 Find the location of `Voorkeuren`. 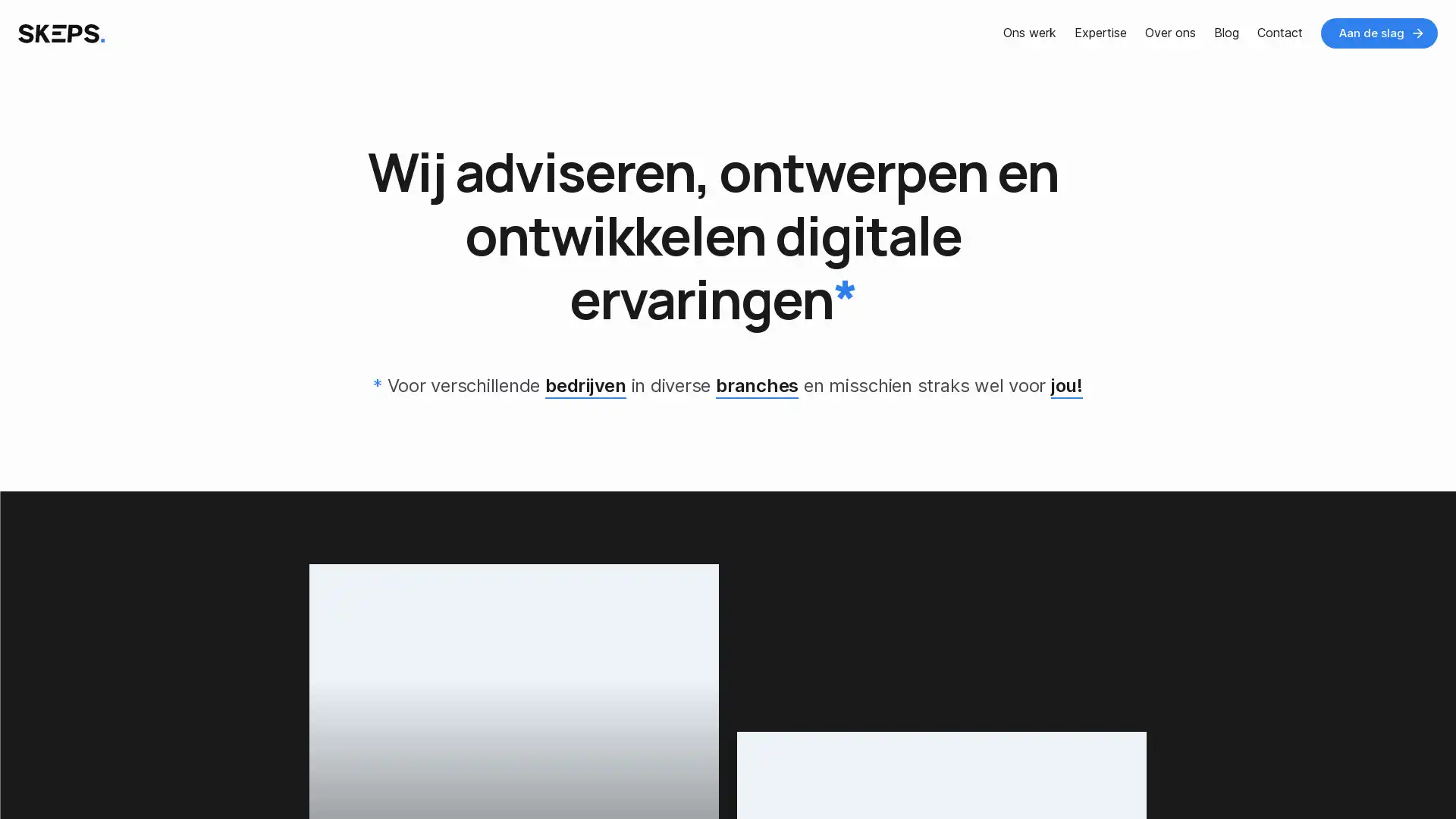

Voorkeuren is located at coordinates (153, 776).